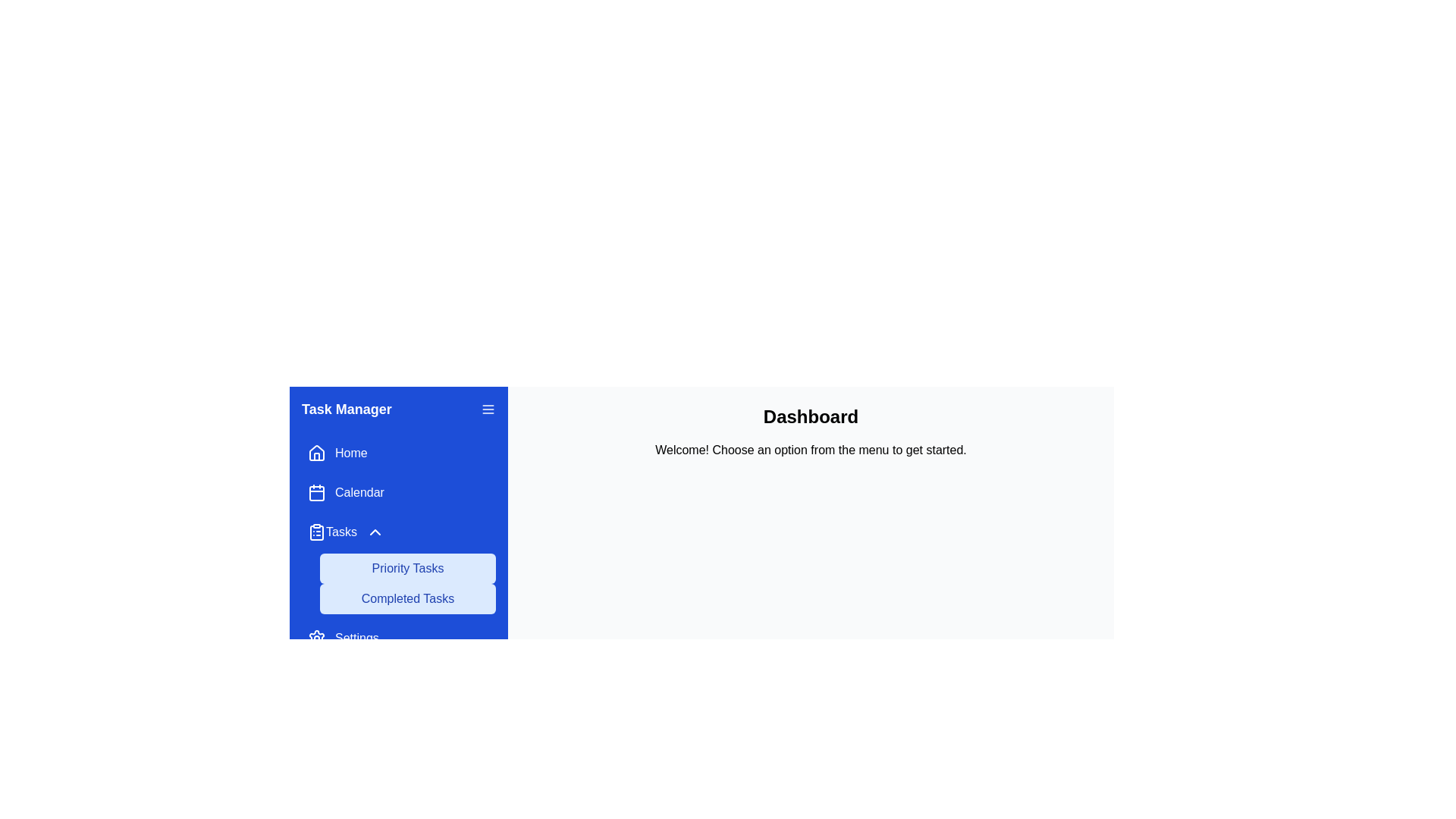 This screenshot has width=1456, height=819. I want to click on the minimalistic house icon located to the left of the 'Home' text in the vertical menu, just below the 'Task Manager' heading, so click(315, 452).